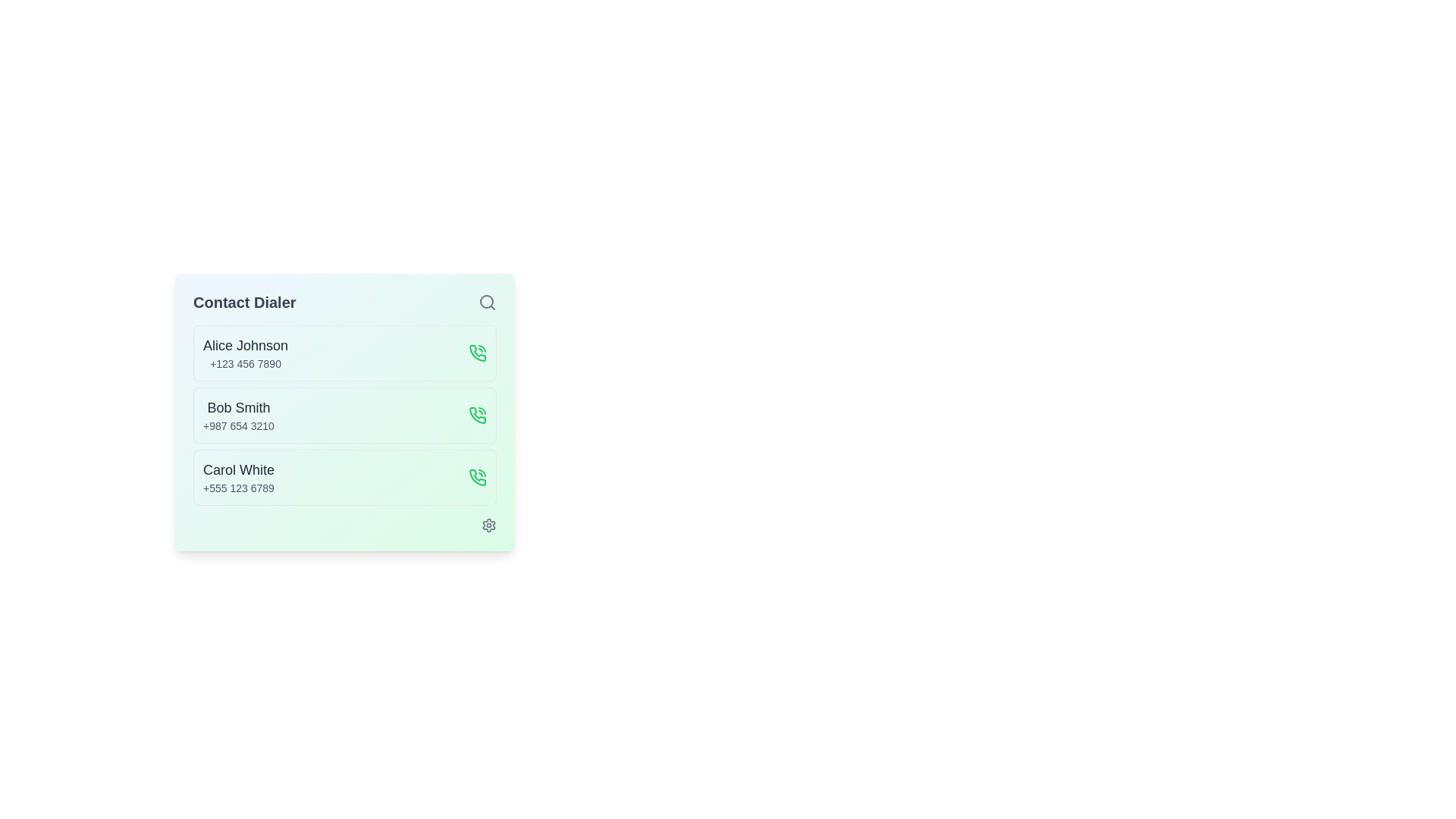  What do you see at coordinates (477, 415) in the screenshot?
I see `the green phone icon located adjacent to Bob Smith's contact information to initiate a call` at bounding box center [477, 415].